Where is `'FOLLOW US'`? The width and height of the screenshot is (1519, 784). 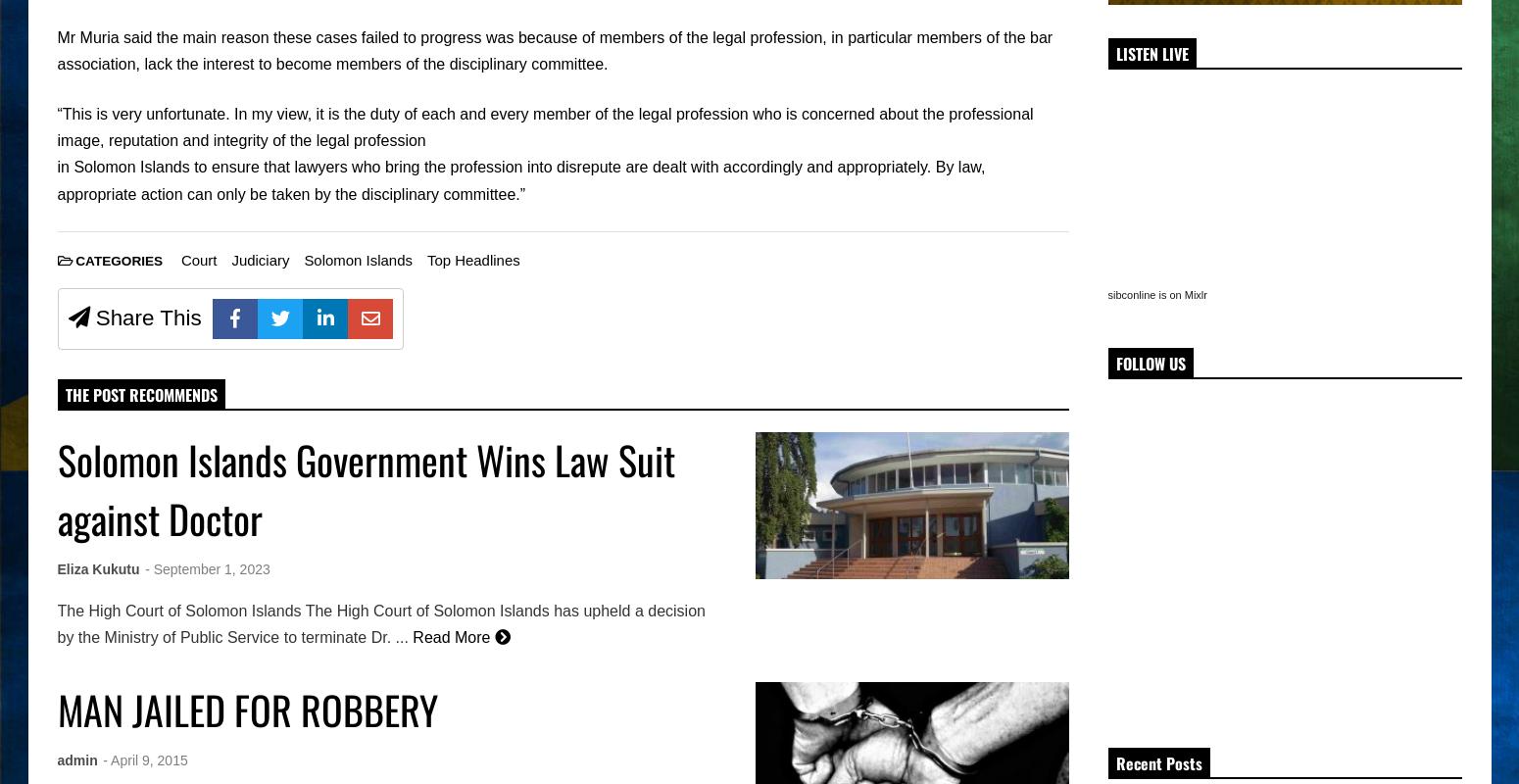 'FOLLOW US' is located at coordinates (1150, 362).